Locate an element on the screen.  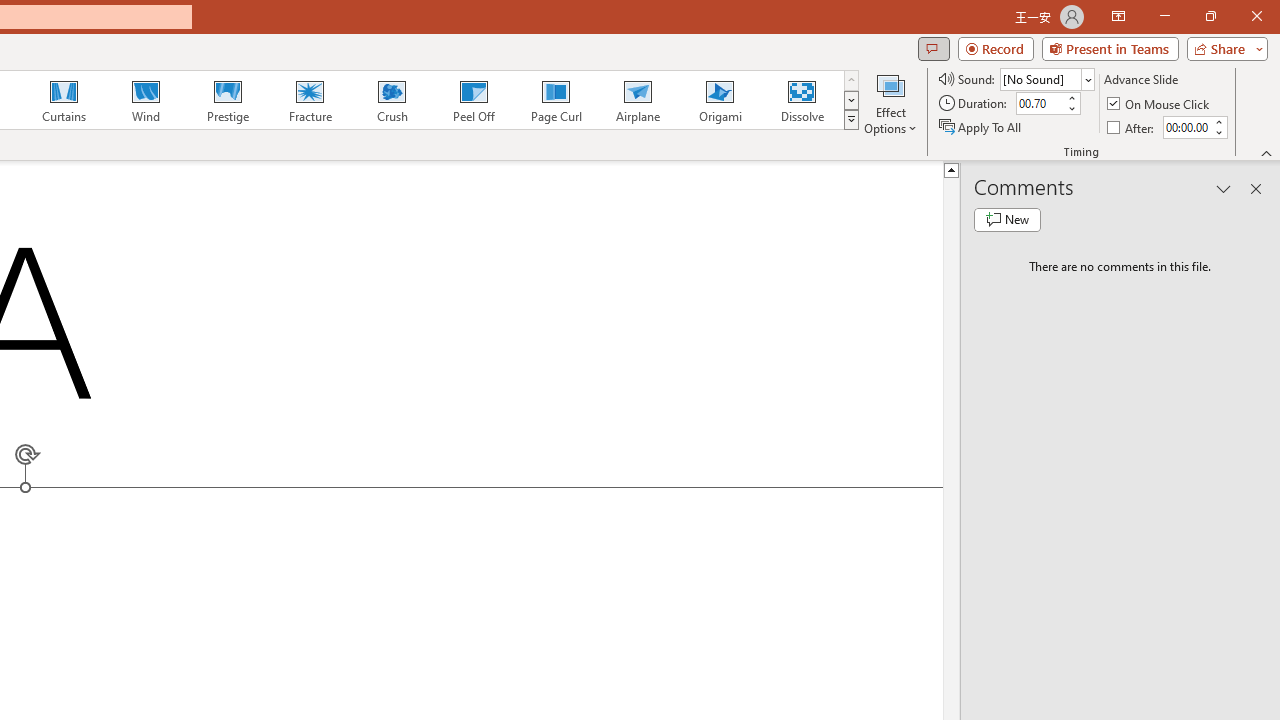
'Prestige' is located at coordinates (227, 100).